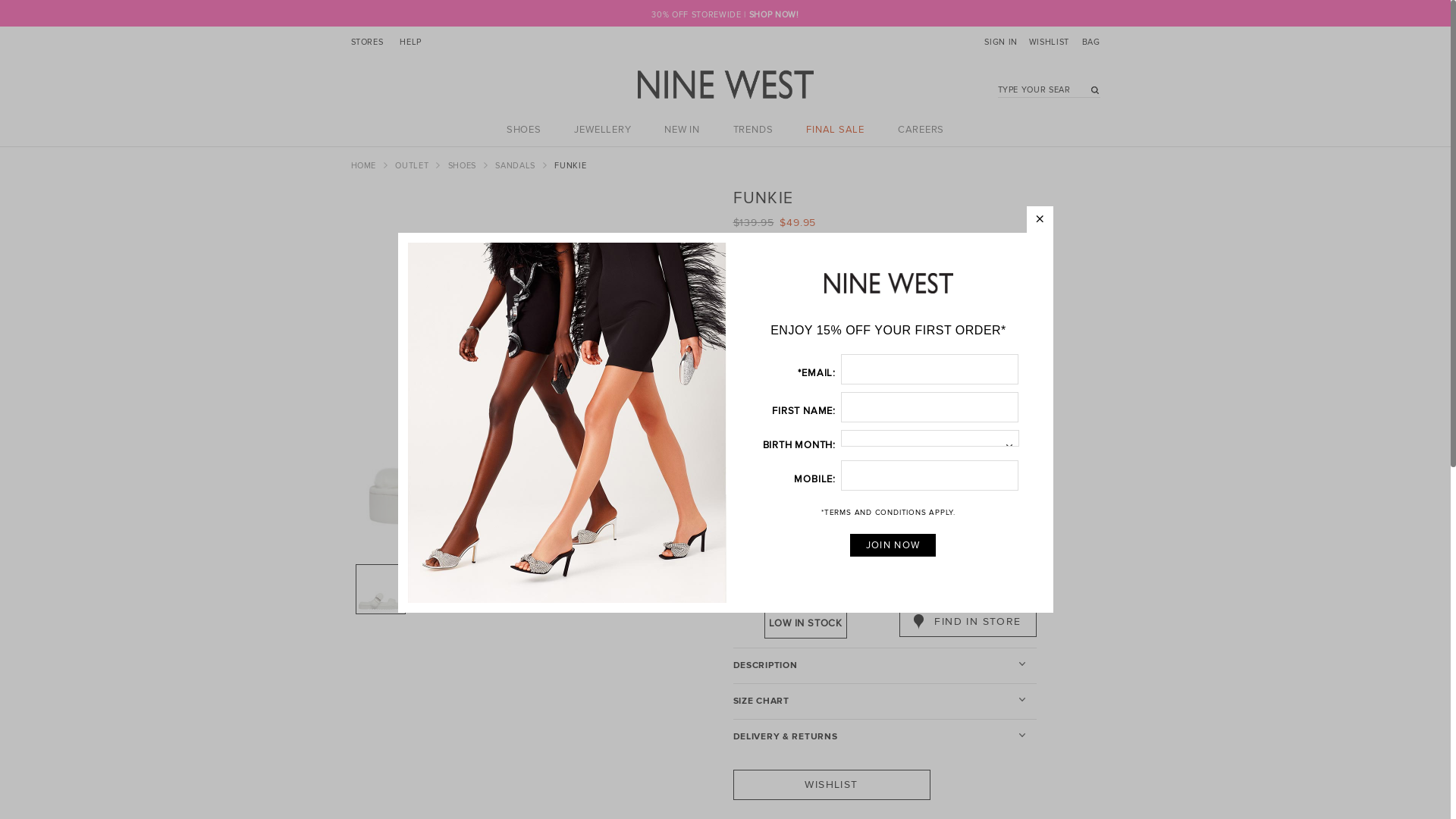 The width and height of the screenshot is (1456, 819). What do you see at coordinates (381, 588) in the screenshot?
I see `'FUNKIE  IVORY'` at bounding box center [381, 588].